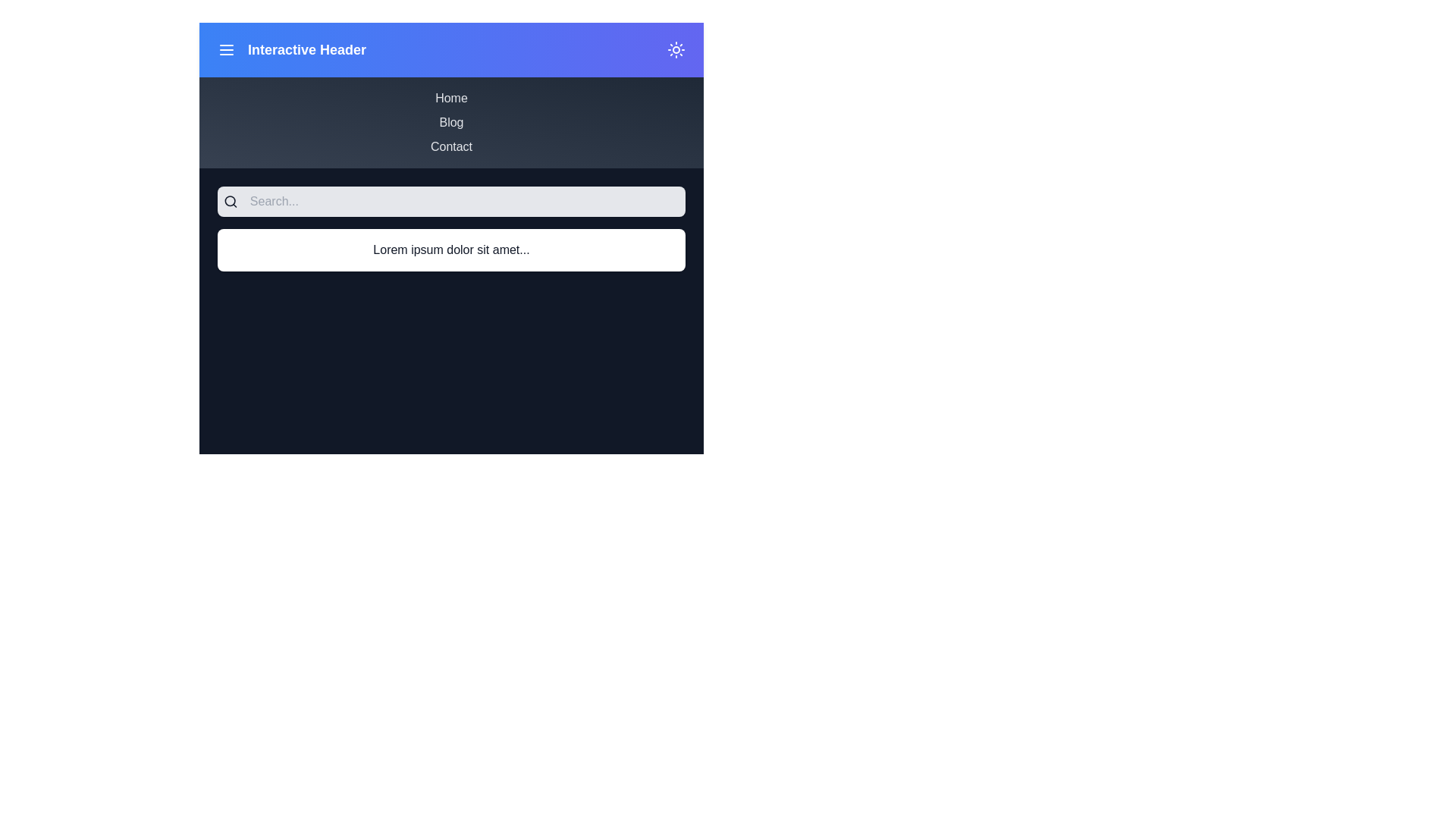 The width and height of the screenshot is (1456, 819). What do you see at coordinates (676, 49) in the screenshot?
I see `button to toggle between dark and light modes` at bounding box center [676, 49].